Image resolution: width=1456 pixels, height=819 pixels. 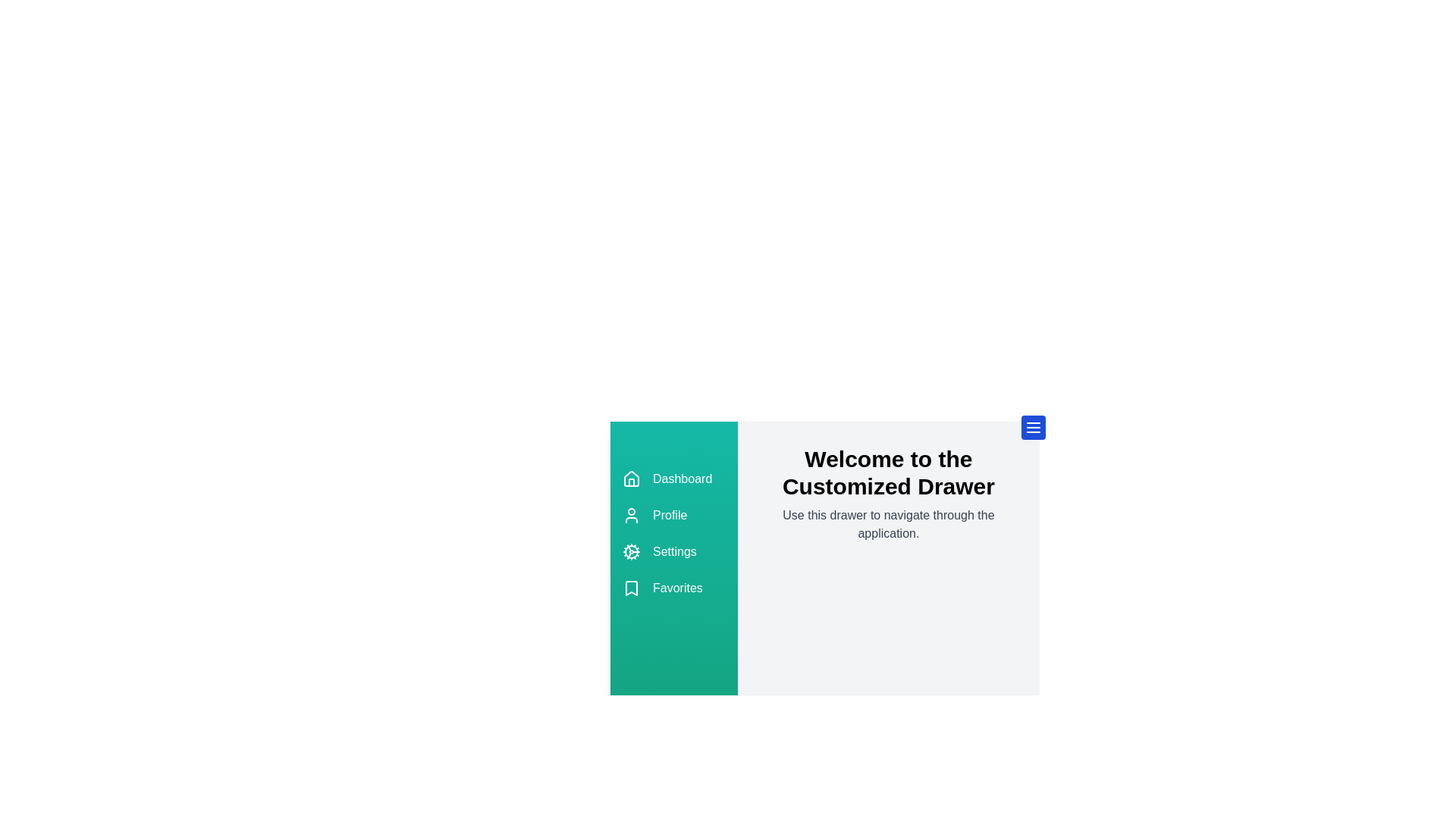 What do you see at coordinates (632, 587) in the screenshot?
I see `the icon for Favorites in the drawer menu` at bounding box center [632, 587].